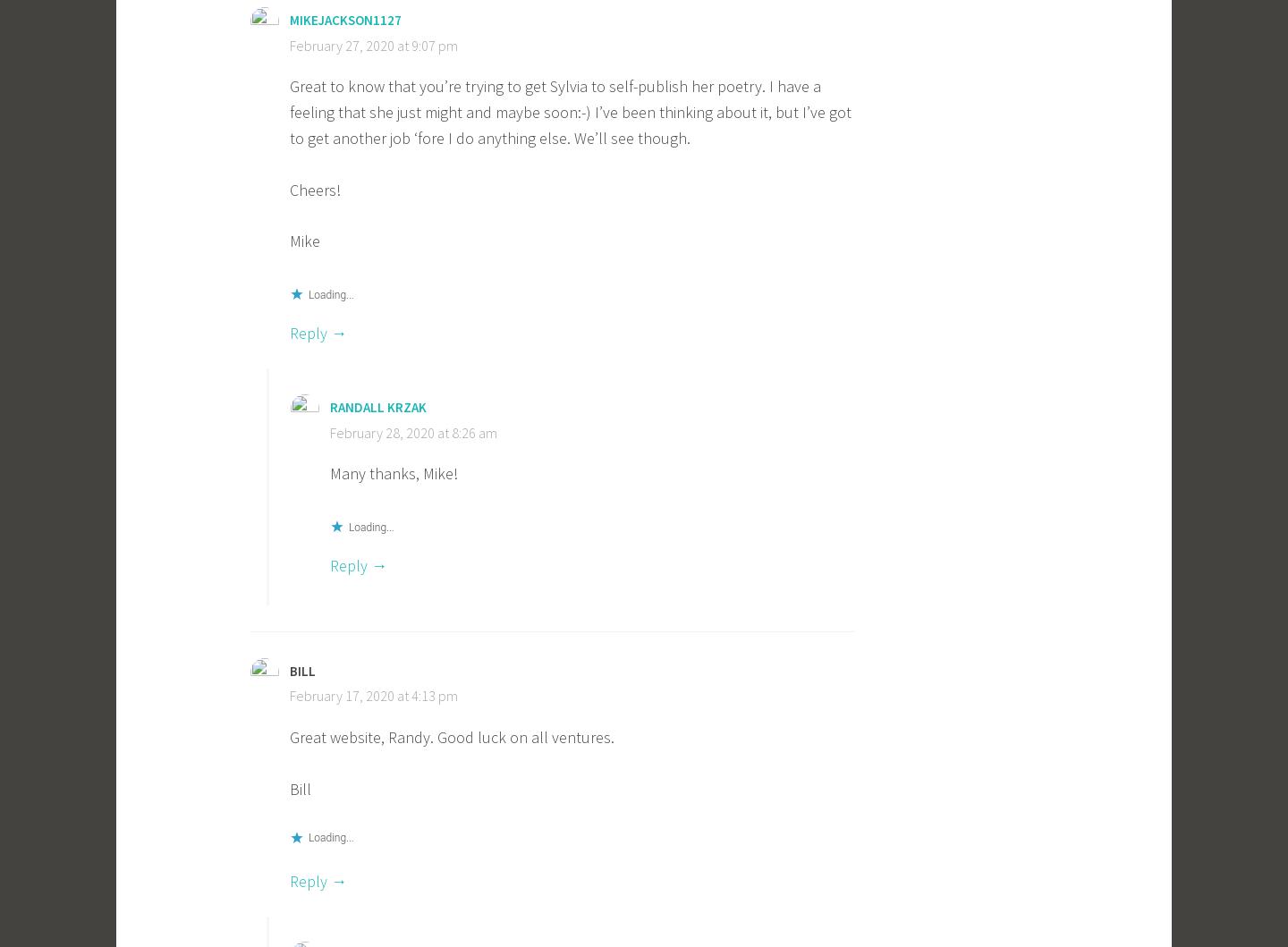 This screenshot has height=947, width=1288. Describe the element at coordinates (373, 695) in the screenshot. I see `'February 17, 2020 at 4:13 pm'` at that location.